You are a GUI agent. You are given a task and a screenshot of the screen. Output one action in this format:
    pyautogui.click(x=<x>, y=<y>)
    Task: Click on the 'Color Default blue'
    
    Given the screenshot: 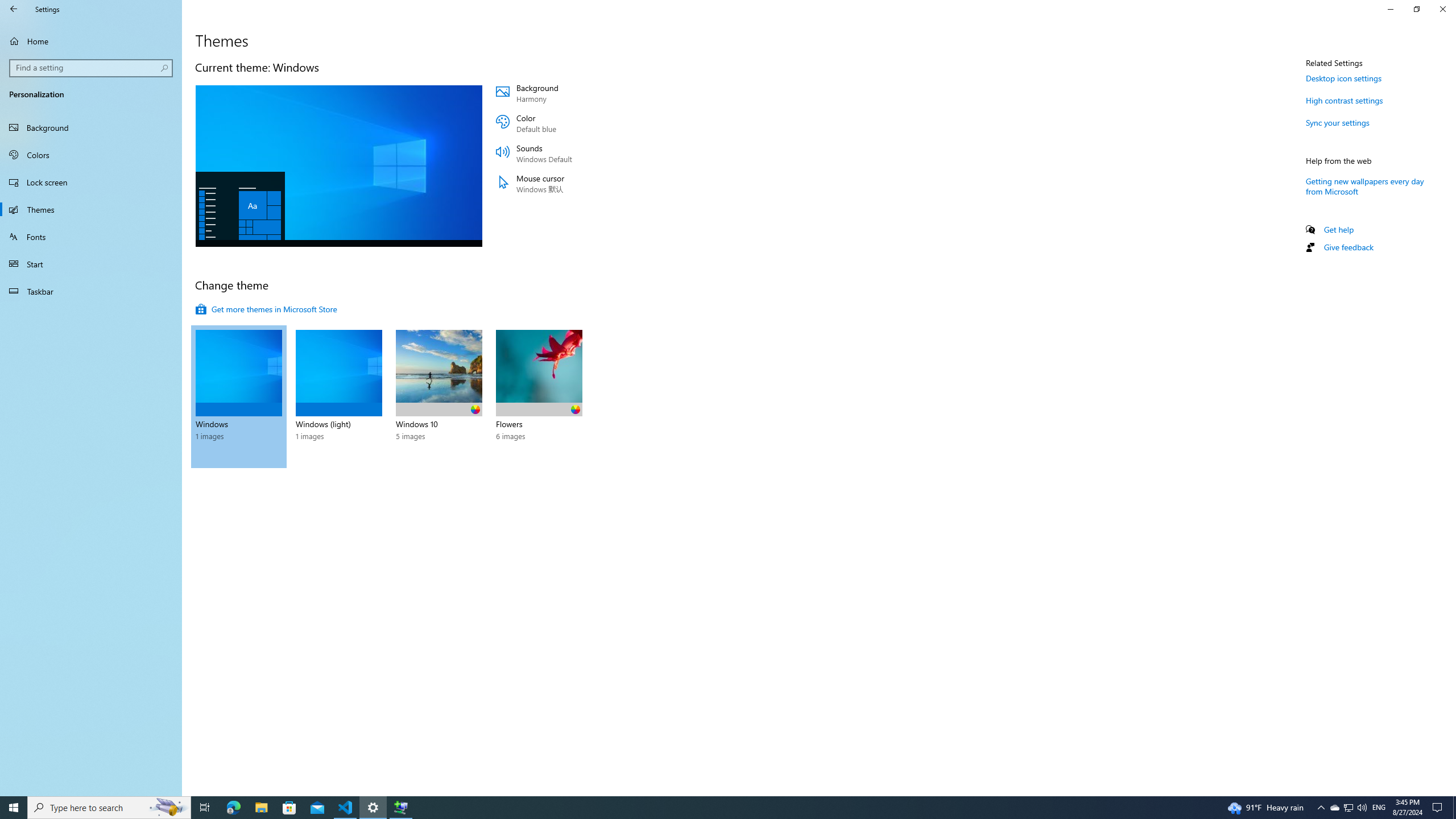 What is the action you would take?
    pyautogui.click(x=564, y=123)
    